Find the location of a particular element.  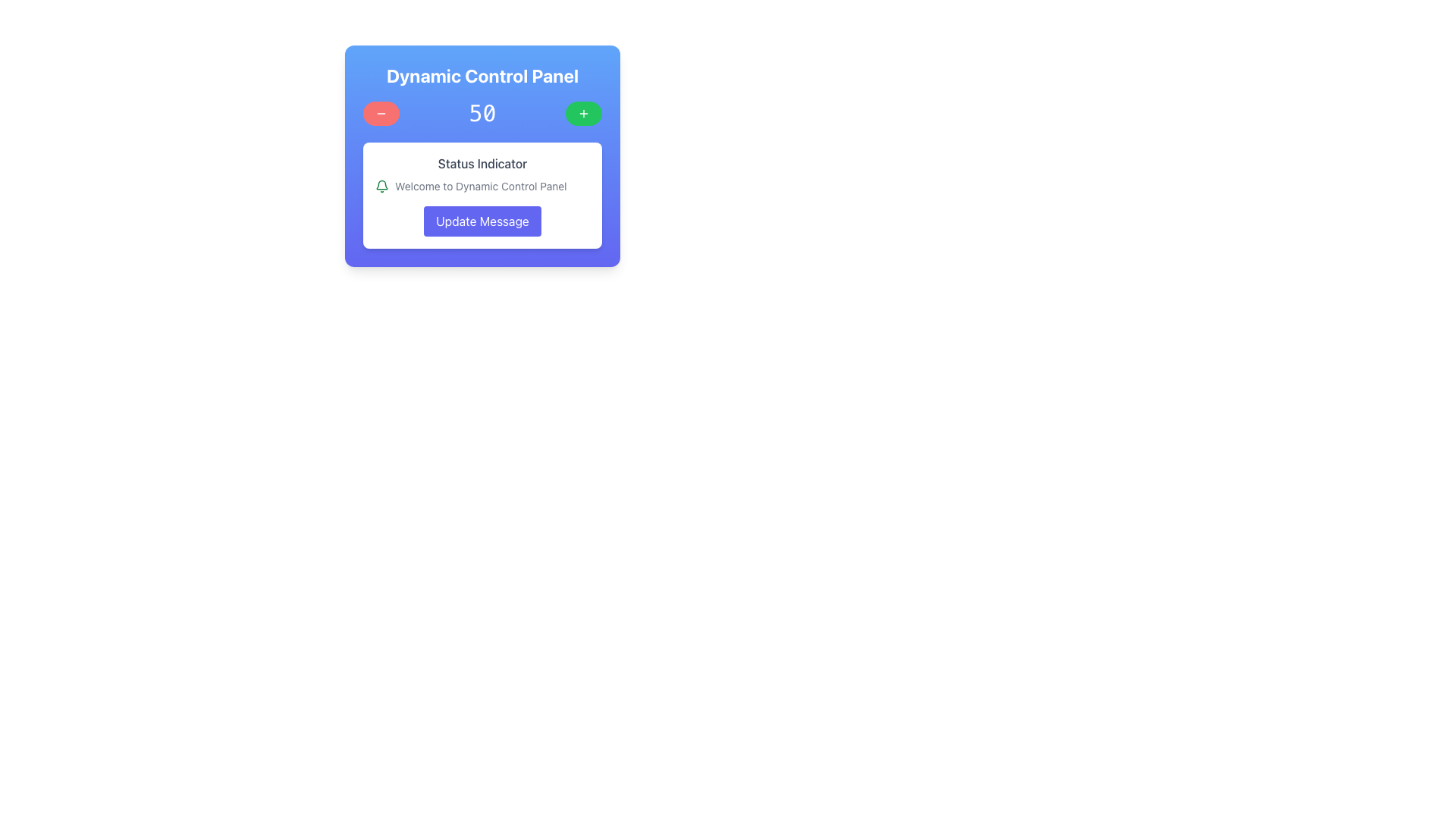

the increment button located to the right of the numeric display showing '50' is located at coordinates (582, 113).